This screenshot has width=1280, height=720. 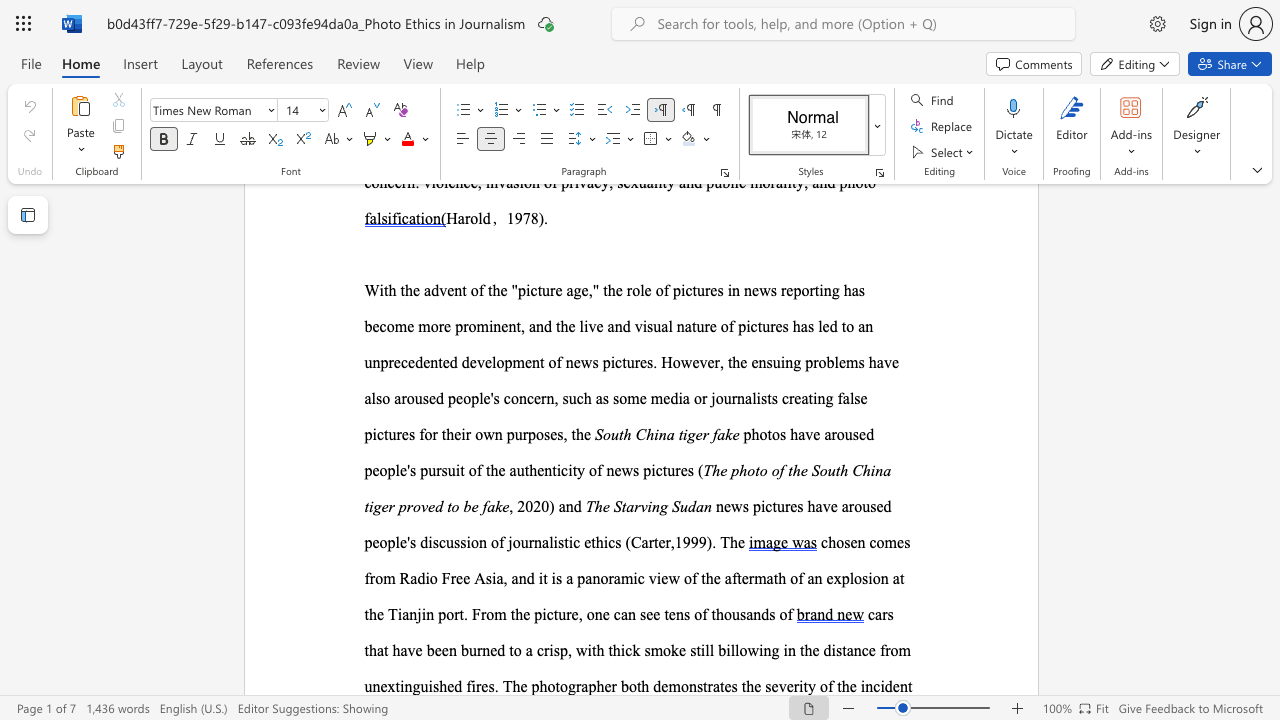 I want to click on the subset text "tes" within the text "demonstrates", so click(x=720, y=685).